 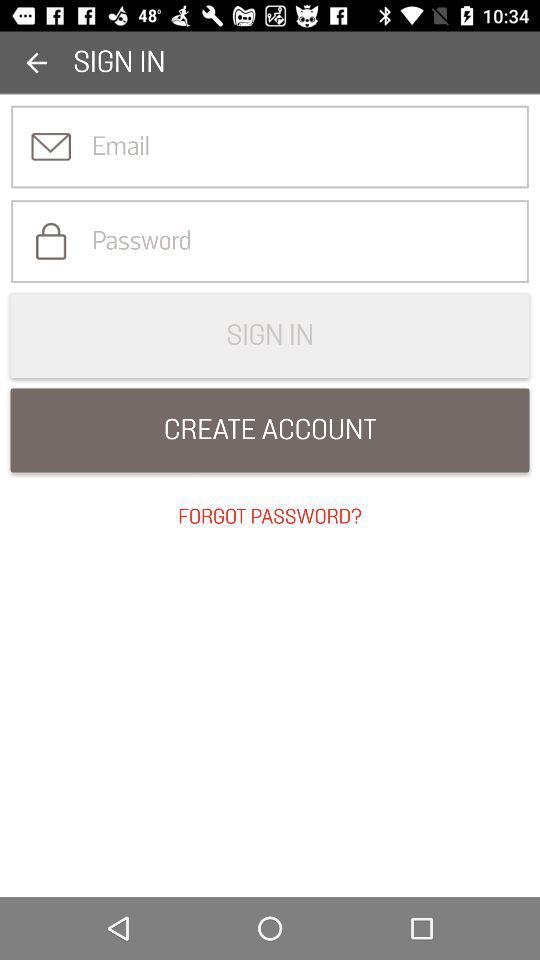 What do you see at coordinates (36, 62) in the screenshot?
I see `icon next to sign in item` at bounding box center [36, 62].